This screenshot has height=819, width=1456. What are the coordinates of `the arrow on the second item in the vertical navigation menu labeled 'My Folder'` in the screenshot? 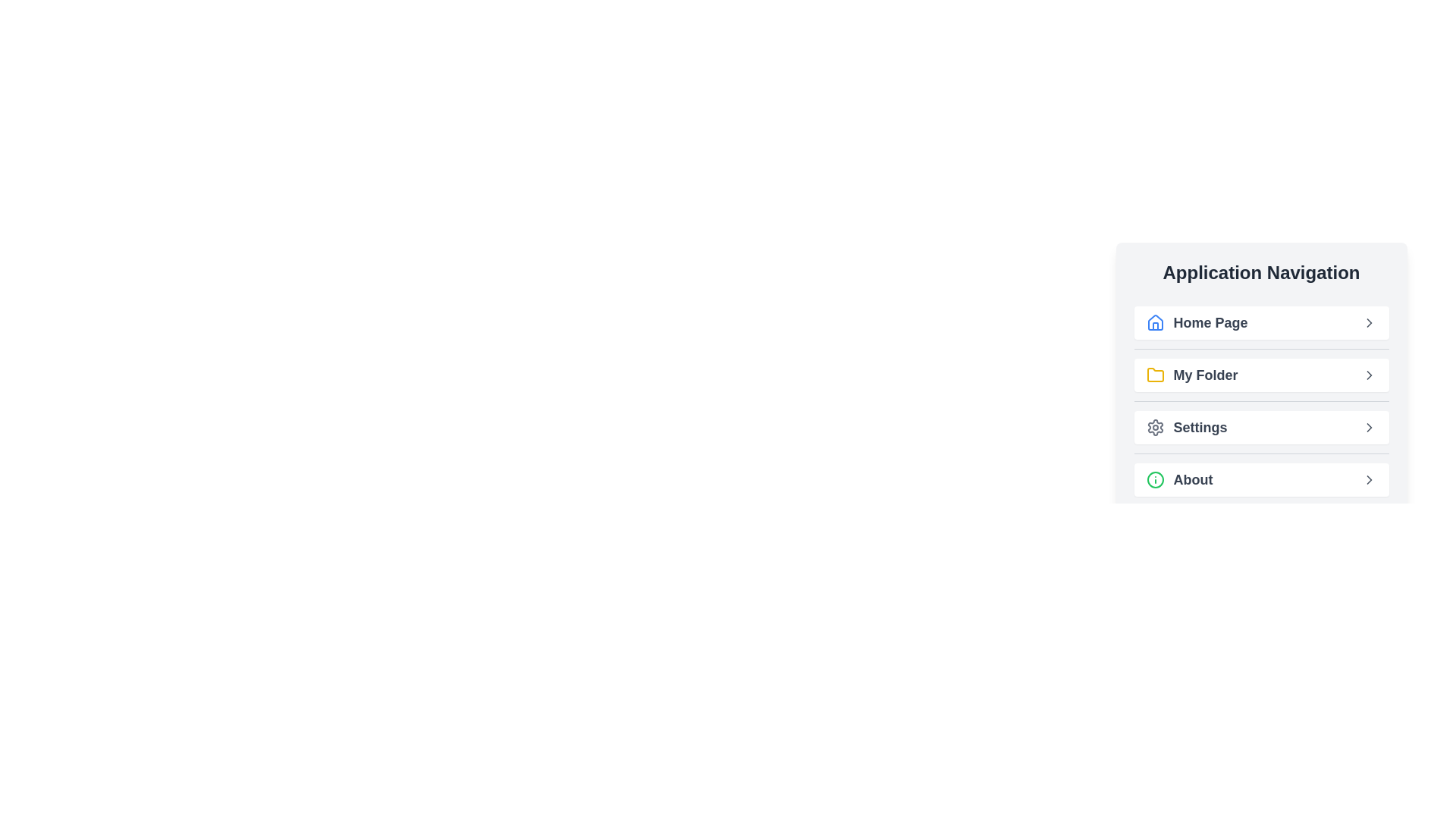 It's located at (1261, 375).